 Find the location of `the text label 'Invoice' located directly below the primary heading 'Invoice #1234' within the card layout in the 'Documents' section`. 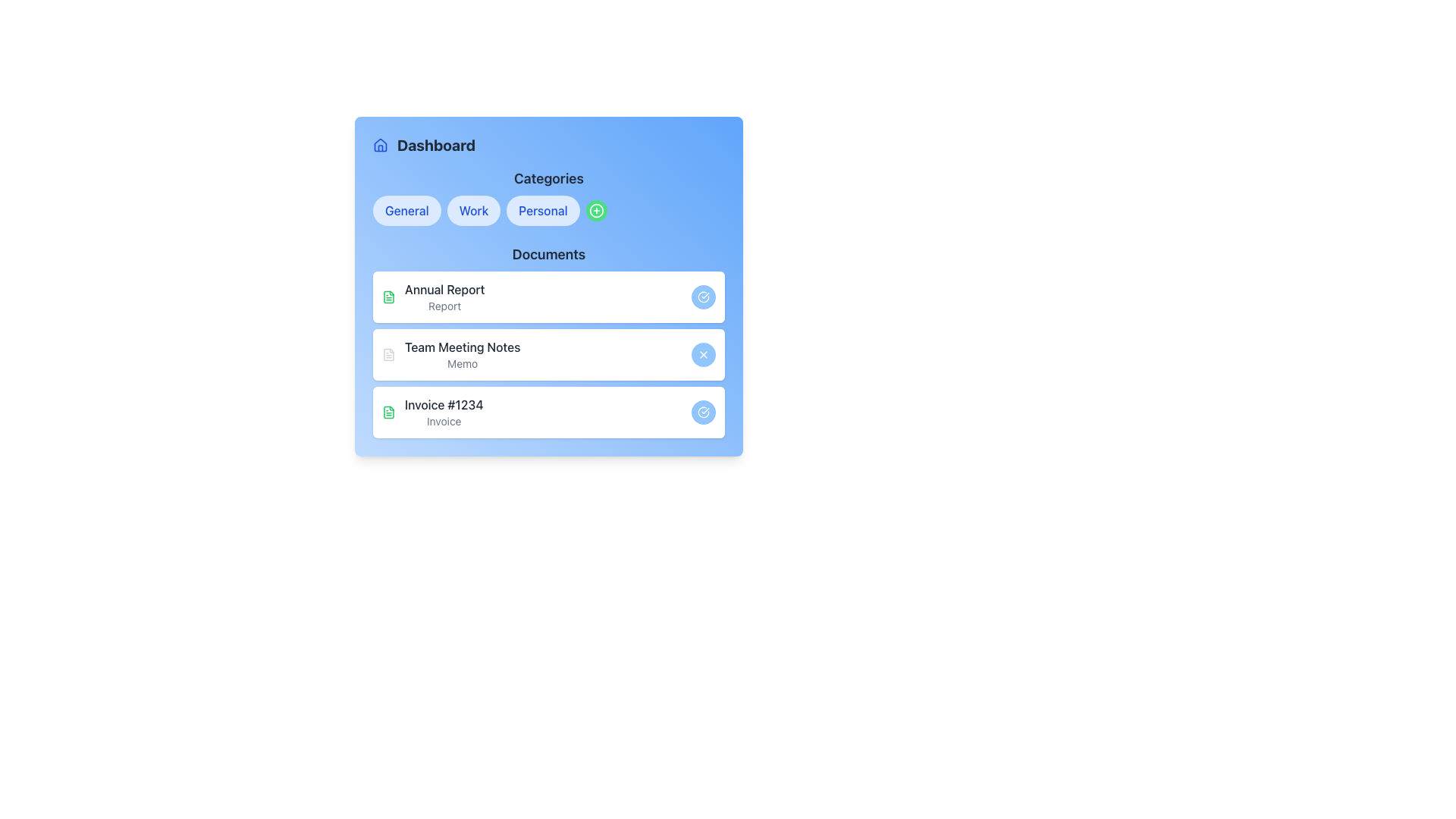

the text label 'Invoice' located directly below the primary heading 'Invoice #1234' within the card layout in the 'Documents' section is located at coordinates (443, 421).